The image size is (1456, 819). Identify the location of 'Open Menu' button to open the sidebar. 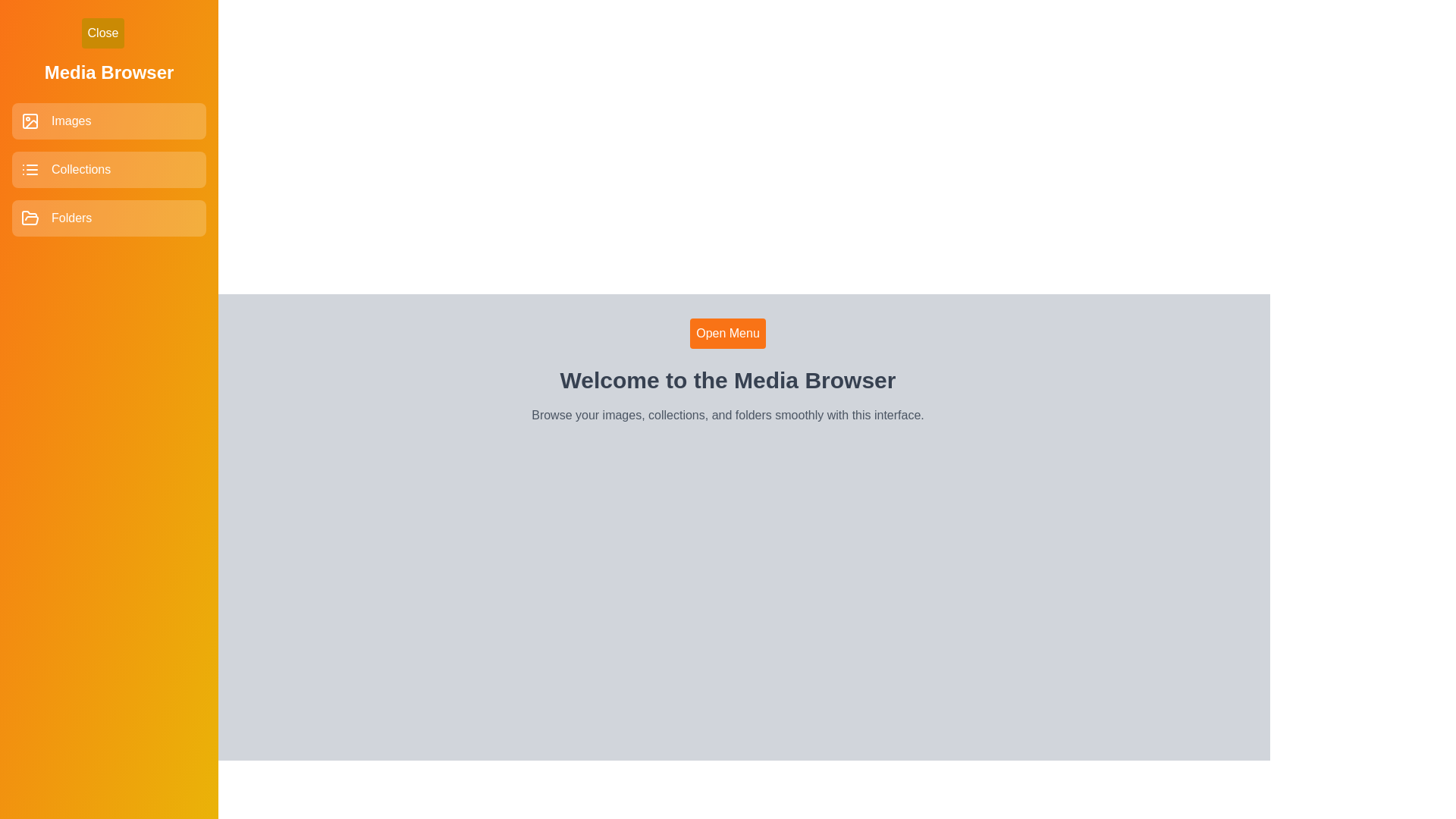
(728, 332).